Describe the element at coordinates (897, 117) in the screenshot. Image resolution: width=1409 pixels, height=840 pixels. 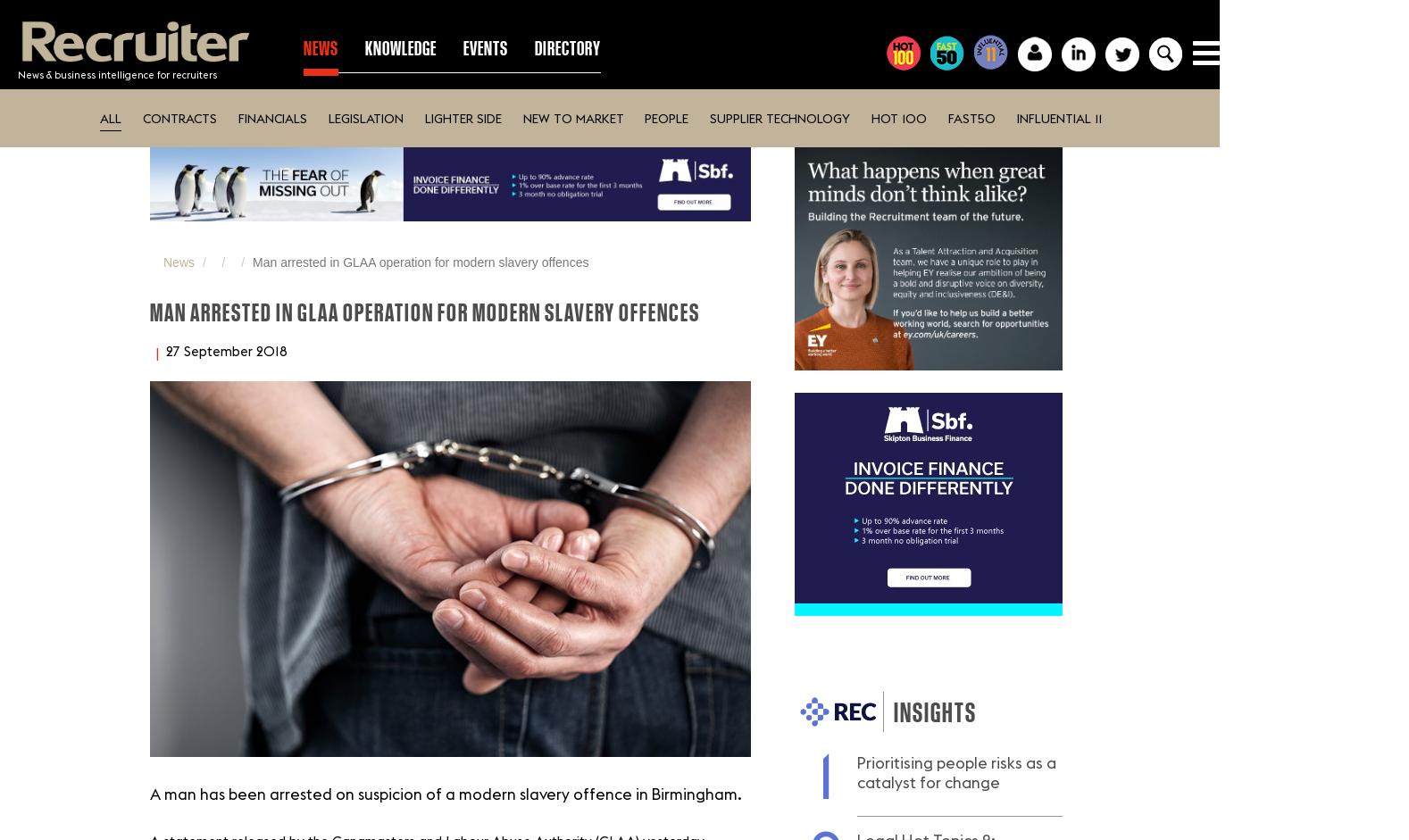
I see `'HOT 100'` at that location.